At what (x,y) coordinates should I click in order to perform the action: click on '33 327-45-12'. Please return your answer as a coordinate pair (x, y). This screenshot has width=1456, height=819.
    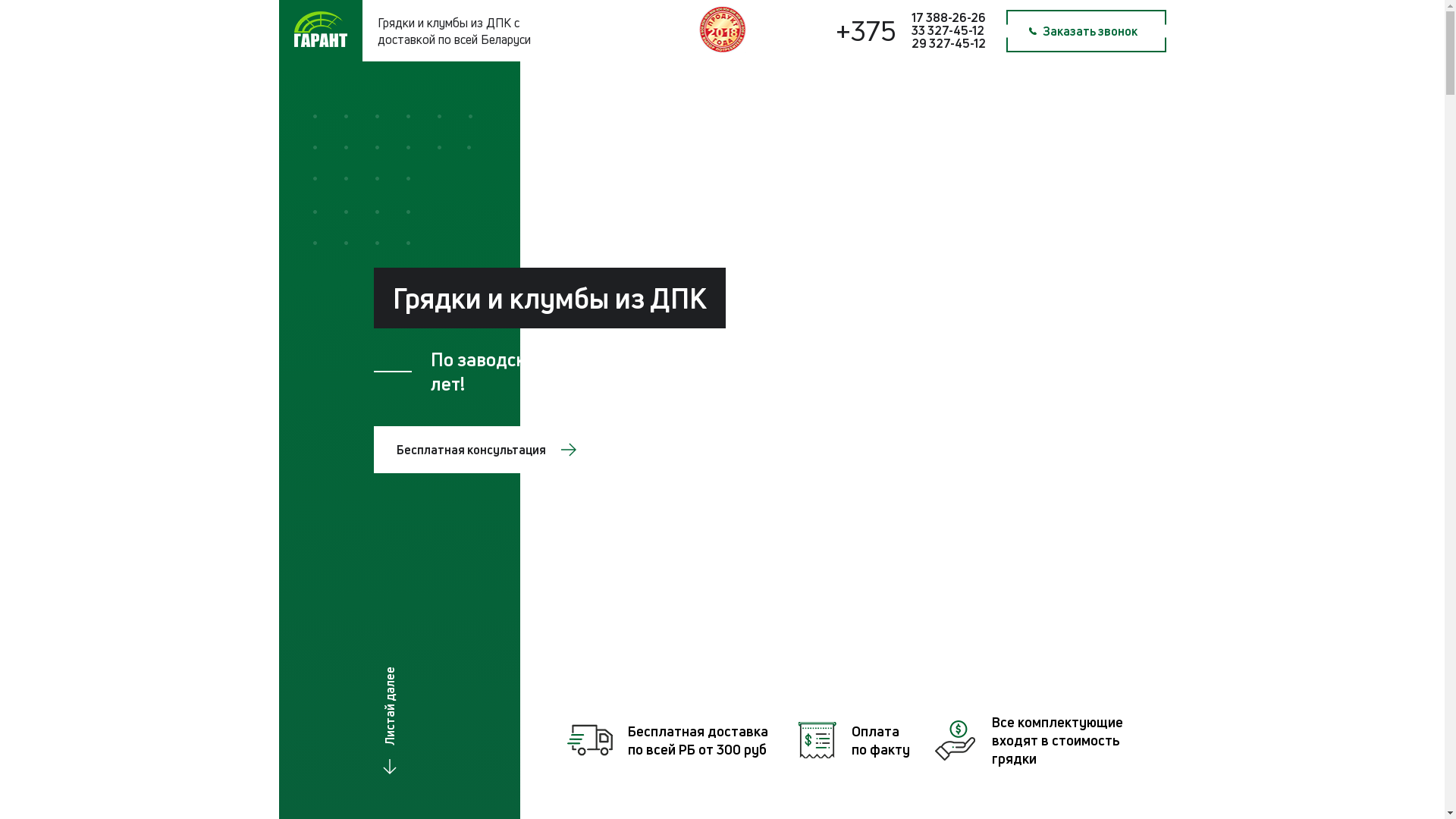
    Looking at the image, I should click on (910, 30).